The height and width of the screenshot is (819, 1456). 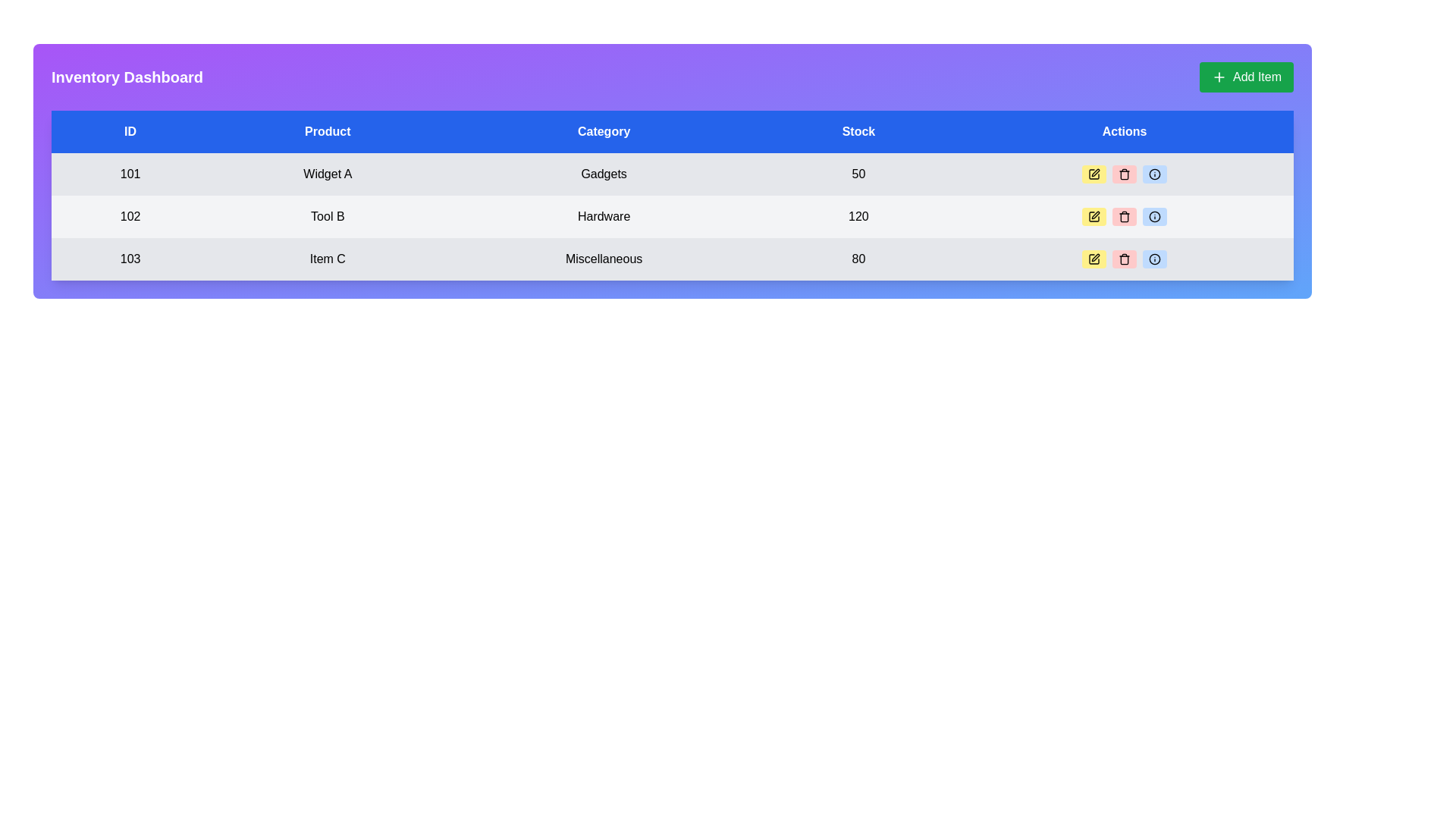 I want to click on the small blue circular information icon button located in the 'Actions' column of the third row of the table, so click(x=1153, y=216).